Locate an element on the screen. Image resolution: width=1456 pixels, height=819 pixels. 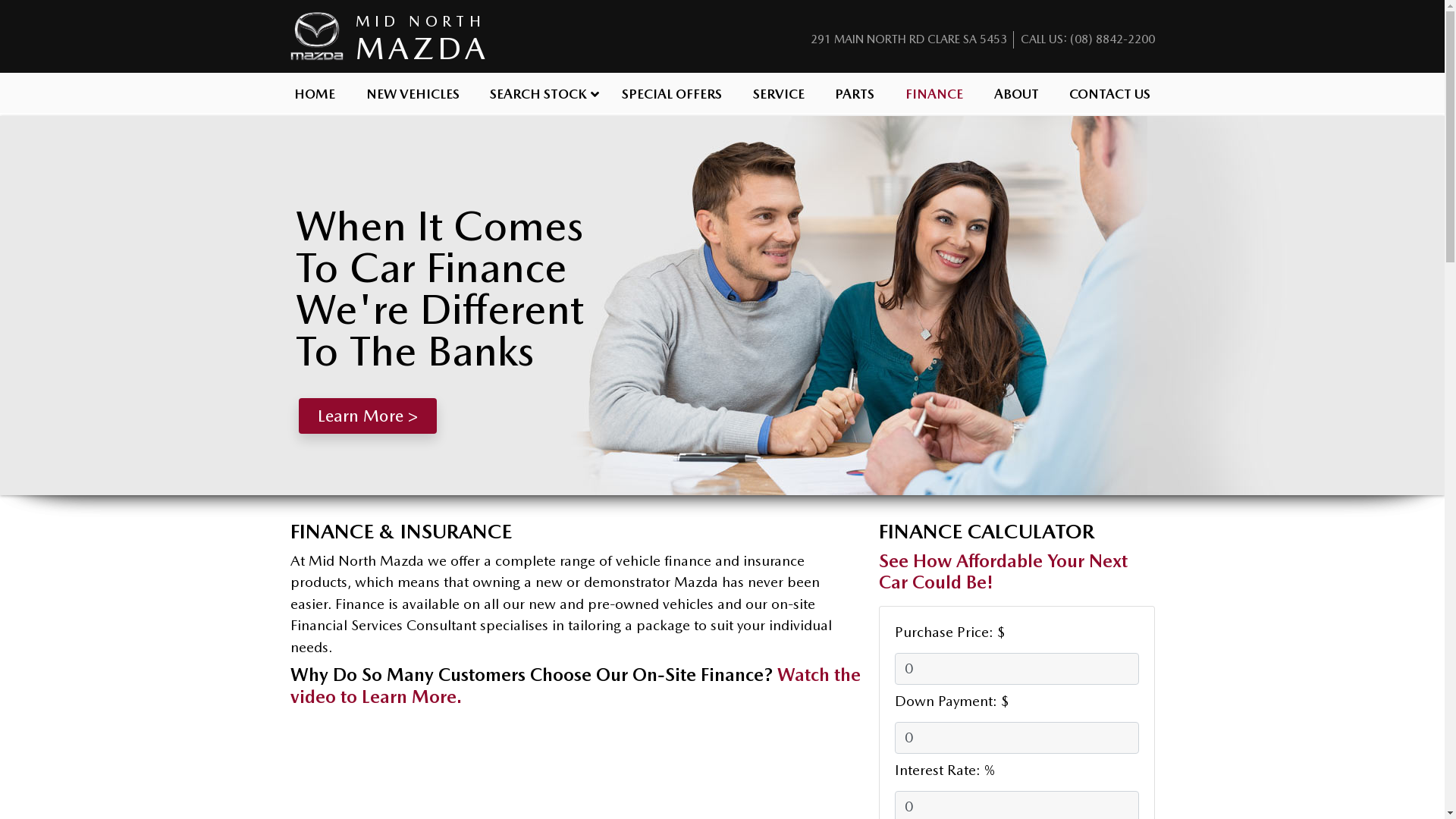
'HOME' is located at coordinates (279, 93).